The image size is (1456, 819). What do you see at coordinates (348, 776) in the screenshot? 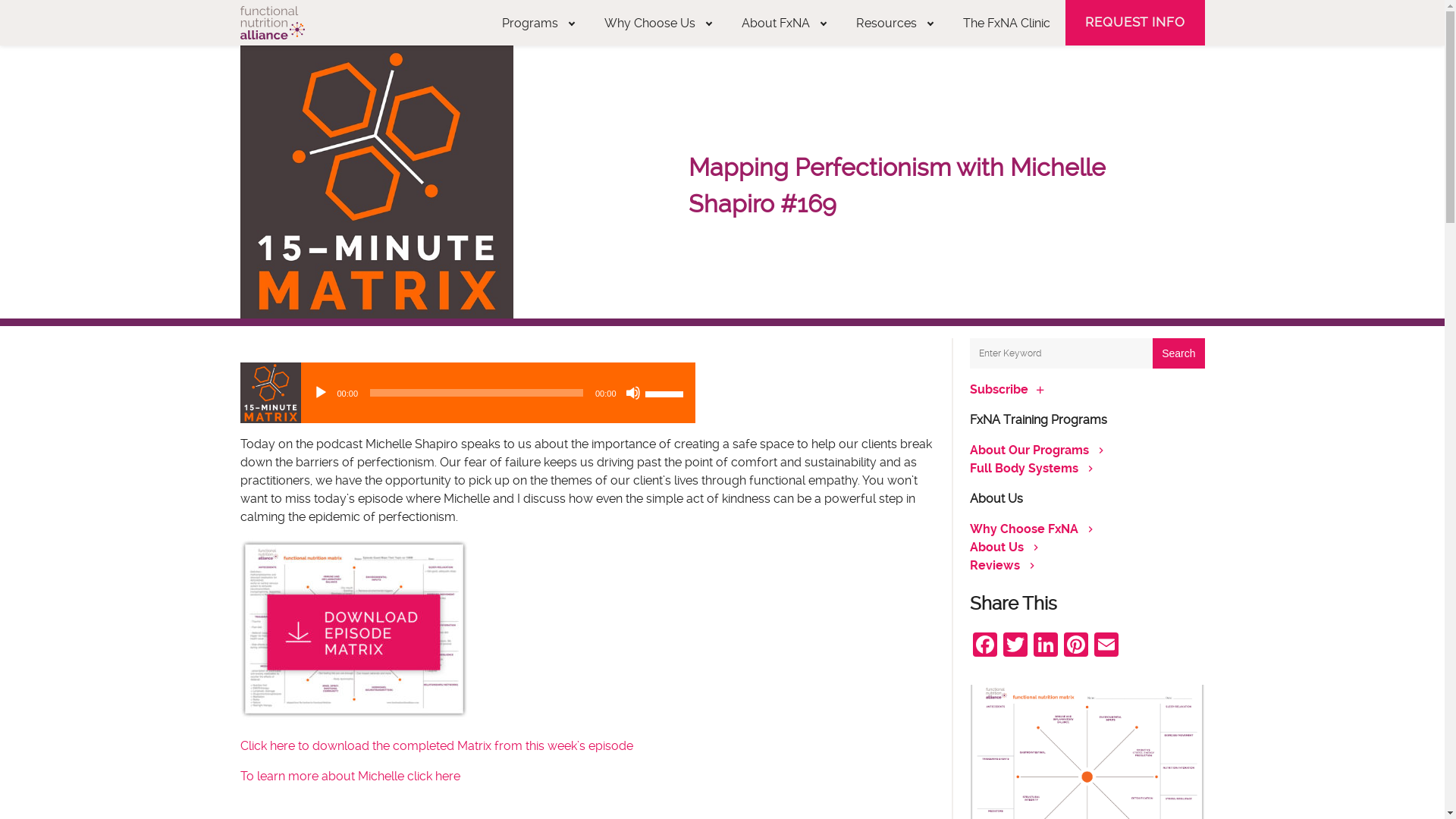
I see `'To learn more about Michelle click here'` at bounding box center [348, 776].